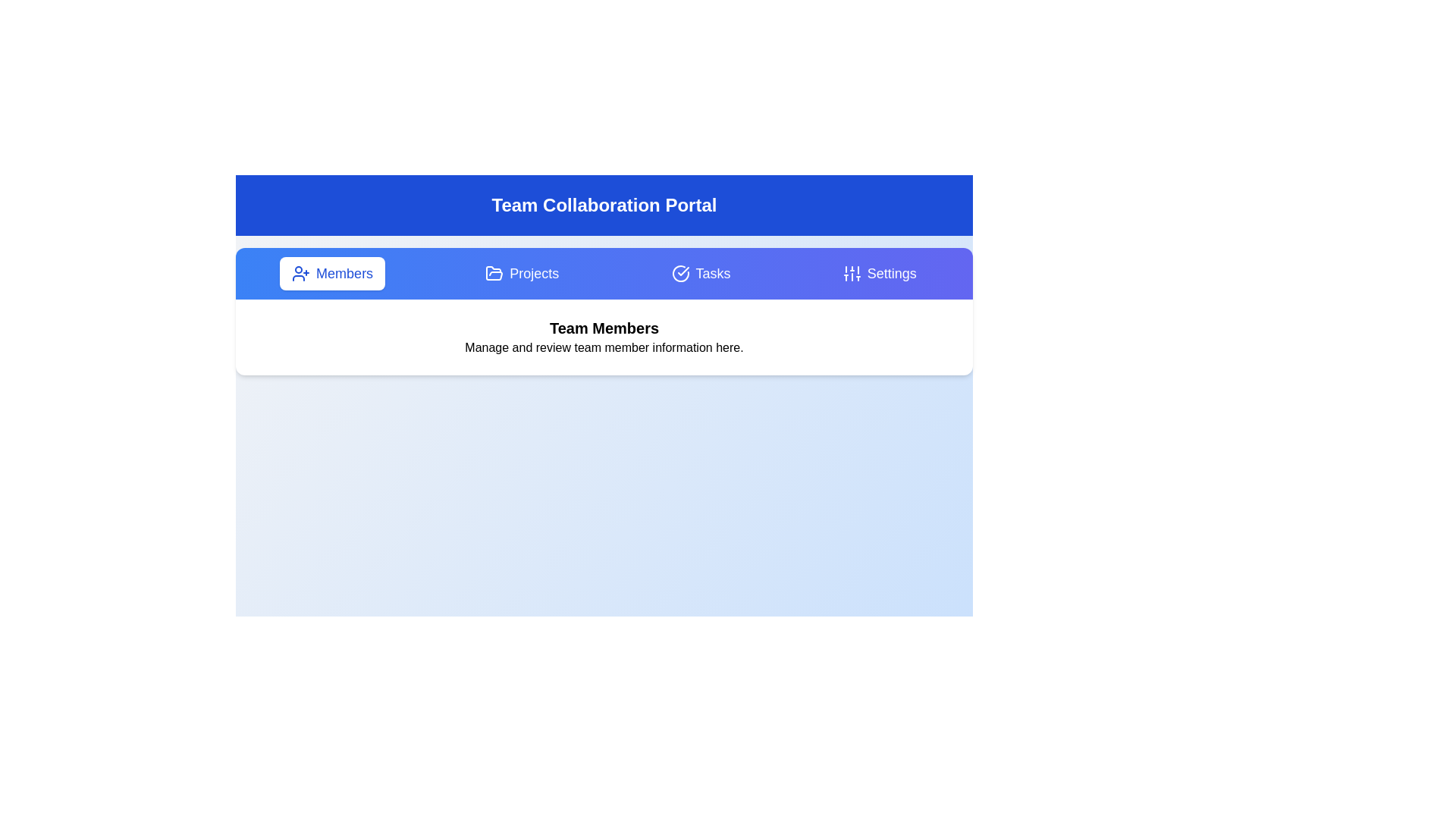  What do you see at coordinates (603, 348) in the screenshot?
I see `the static text label that provides guidance about the 'Team Members' section, located directly below the heading` at bounding box center [603, 348].